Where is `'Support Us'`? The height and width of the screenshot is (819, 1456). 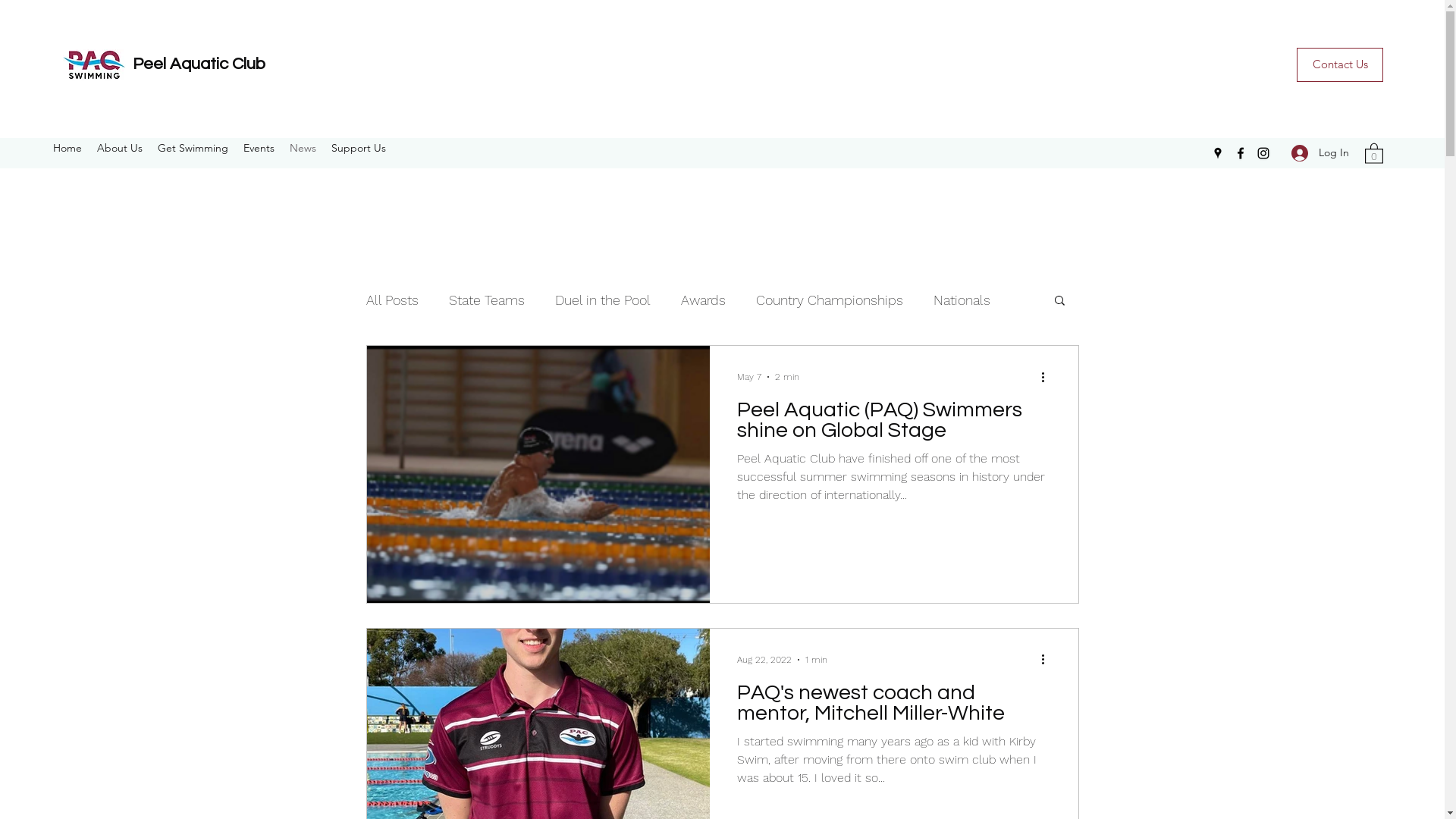
'Support Us' is located at coordinates (358, 148).